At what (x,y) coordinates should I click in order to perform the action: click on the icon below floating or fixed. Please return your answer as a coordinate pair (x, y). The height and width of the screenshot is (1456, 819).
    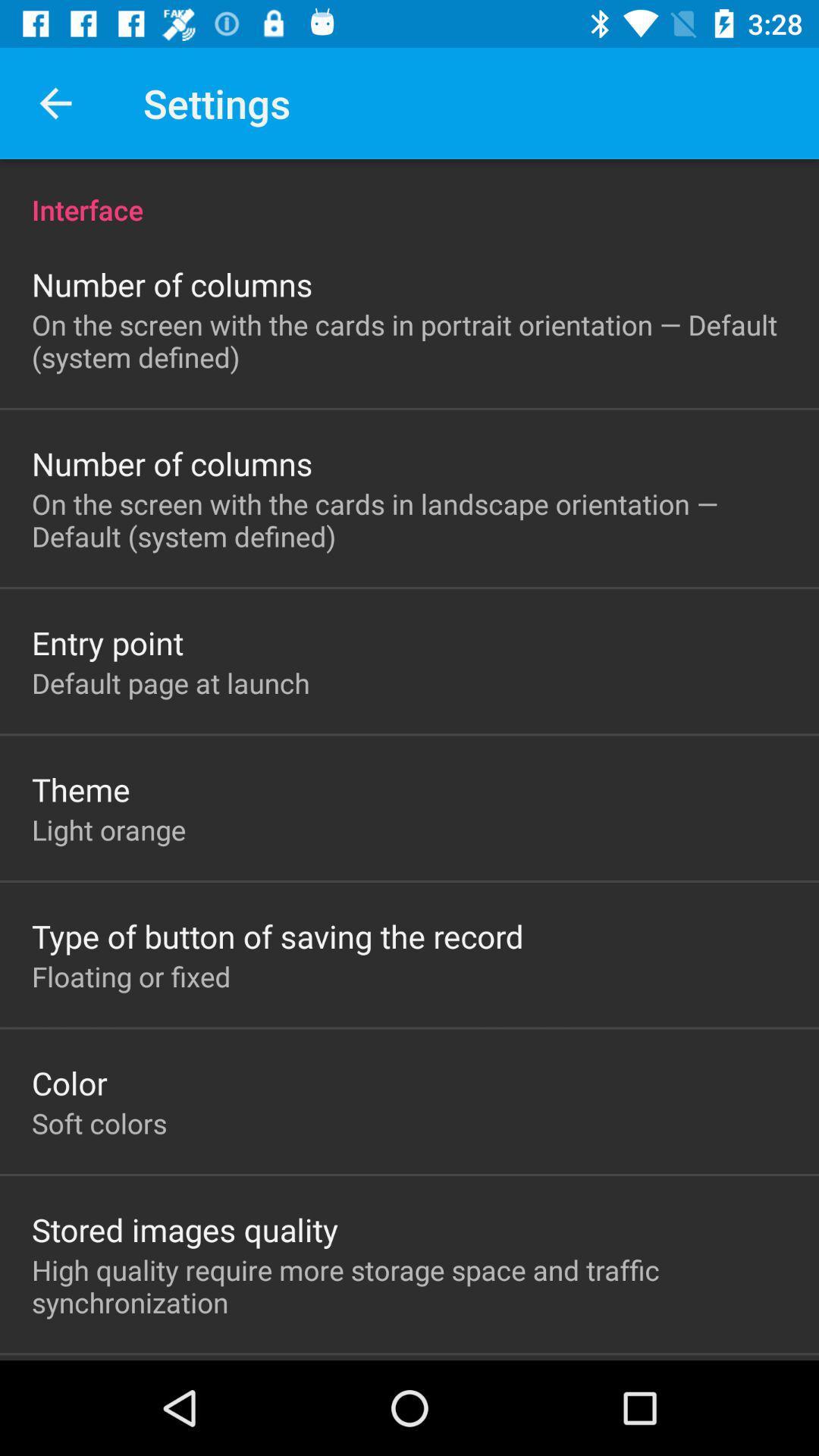
    Looking at the image, I should click on (69, 1082).